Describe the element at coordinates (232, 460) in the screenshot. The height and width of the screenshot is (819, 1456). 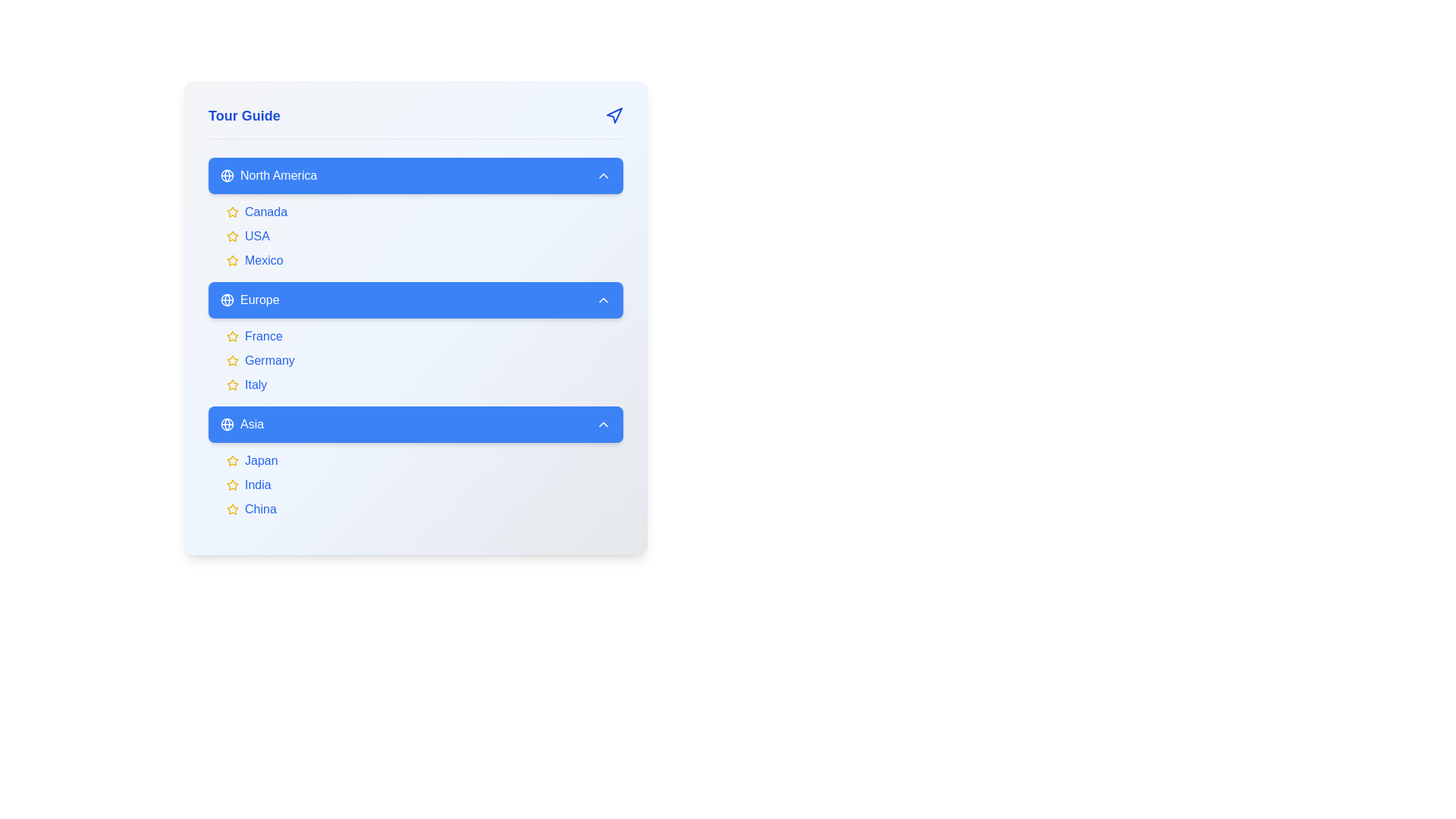
I see `the star icon located to the left of the text label 'Japan' in the 'Asia' menu section` at that location.